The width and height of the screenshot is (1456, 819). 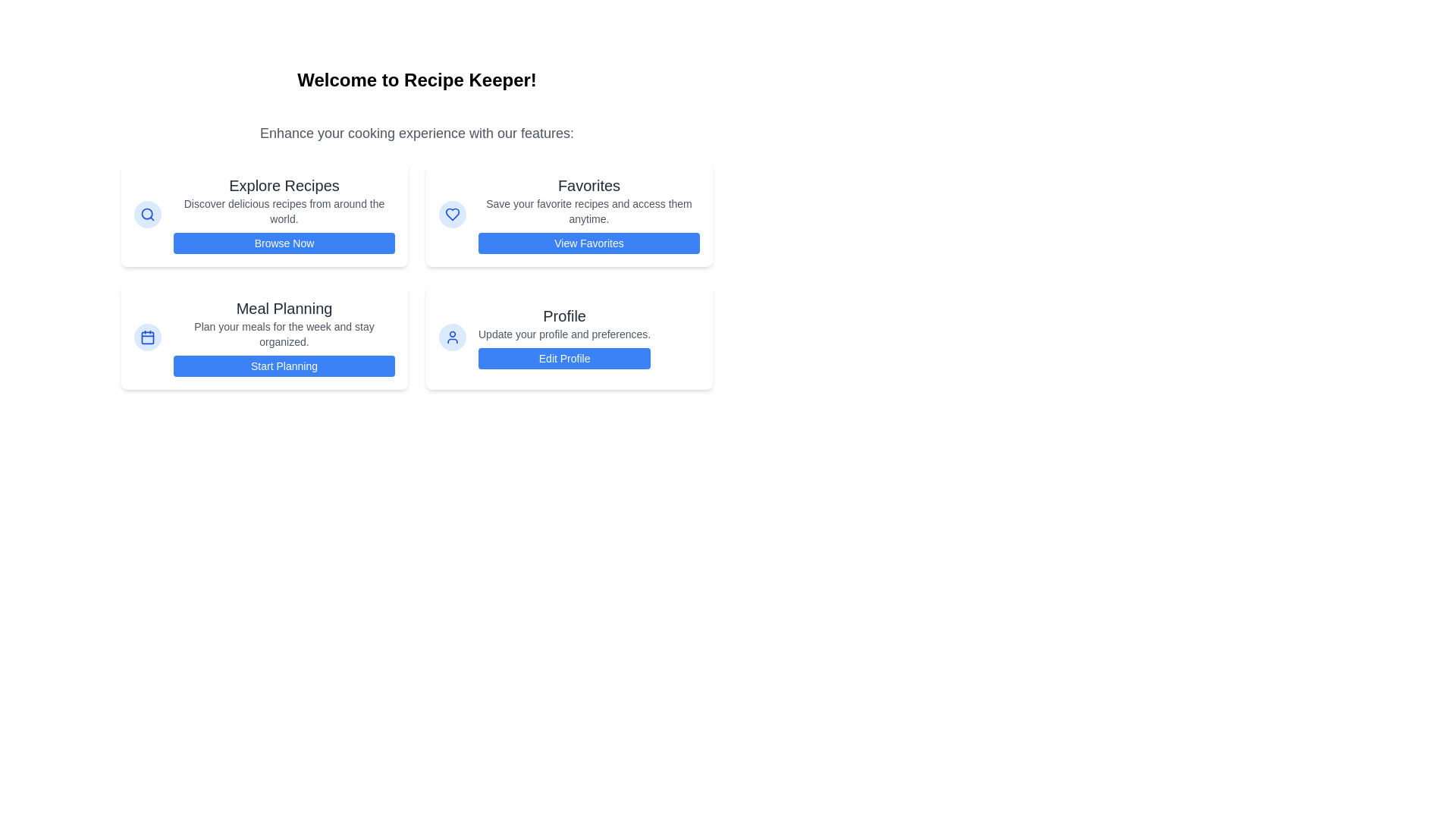 I want to click on information text in the 'Meal Planning' card, which contains guidance for planning meals for the week, so click(x=284, y=336).